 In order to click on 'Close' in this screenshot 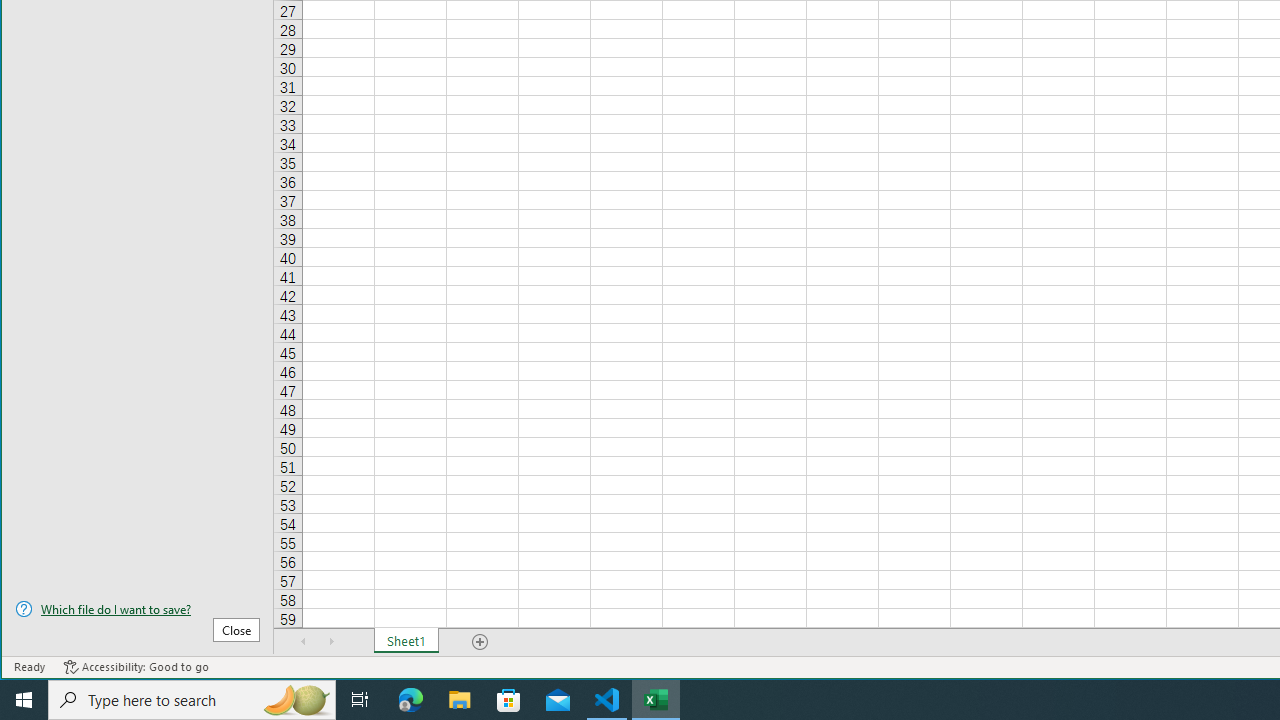, I will do `click(236, 630)`.